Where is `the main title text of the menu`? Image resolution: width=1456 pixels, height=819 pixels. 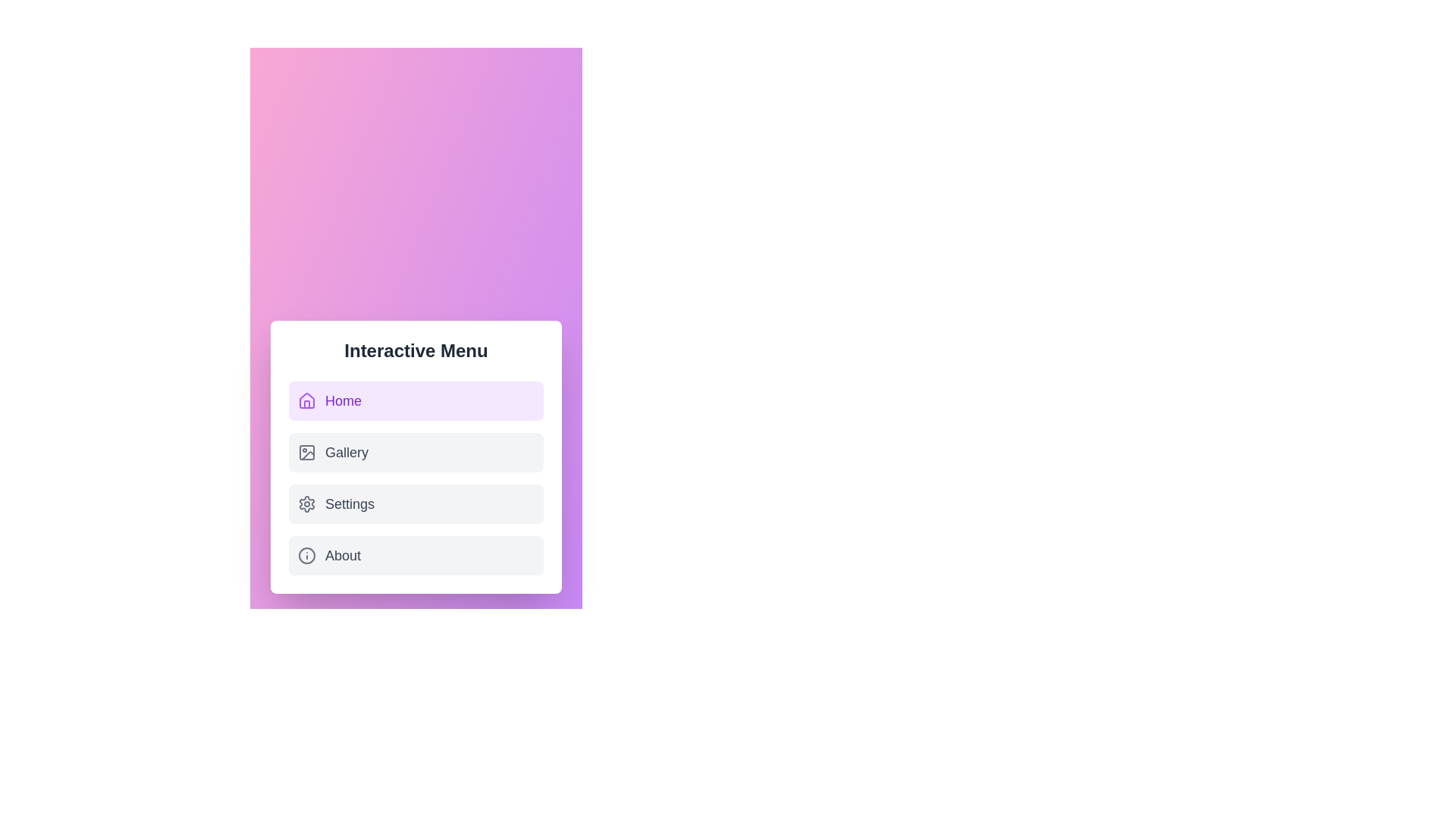
the main title text of the menu is located at coordinates (416, 350).